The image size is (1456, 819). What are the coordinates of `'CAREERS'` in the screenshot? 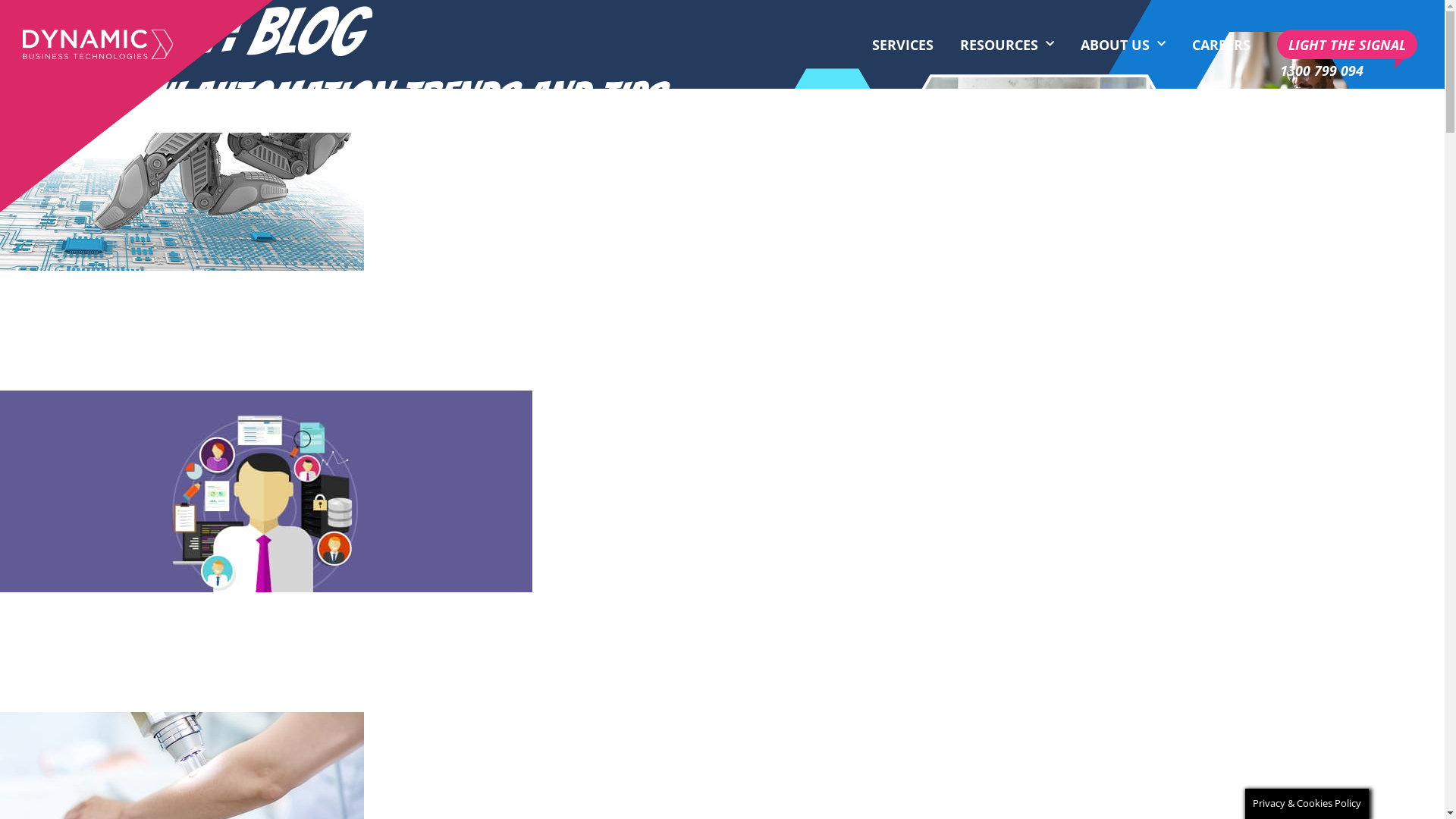 It's located at (1191, 43).